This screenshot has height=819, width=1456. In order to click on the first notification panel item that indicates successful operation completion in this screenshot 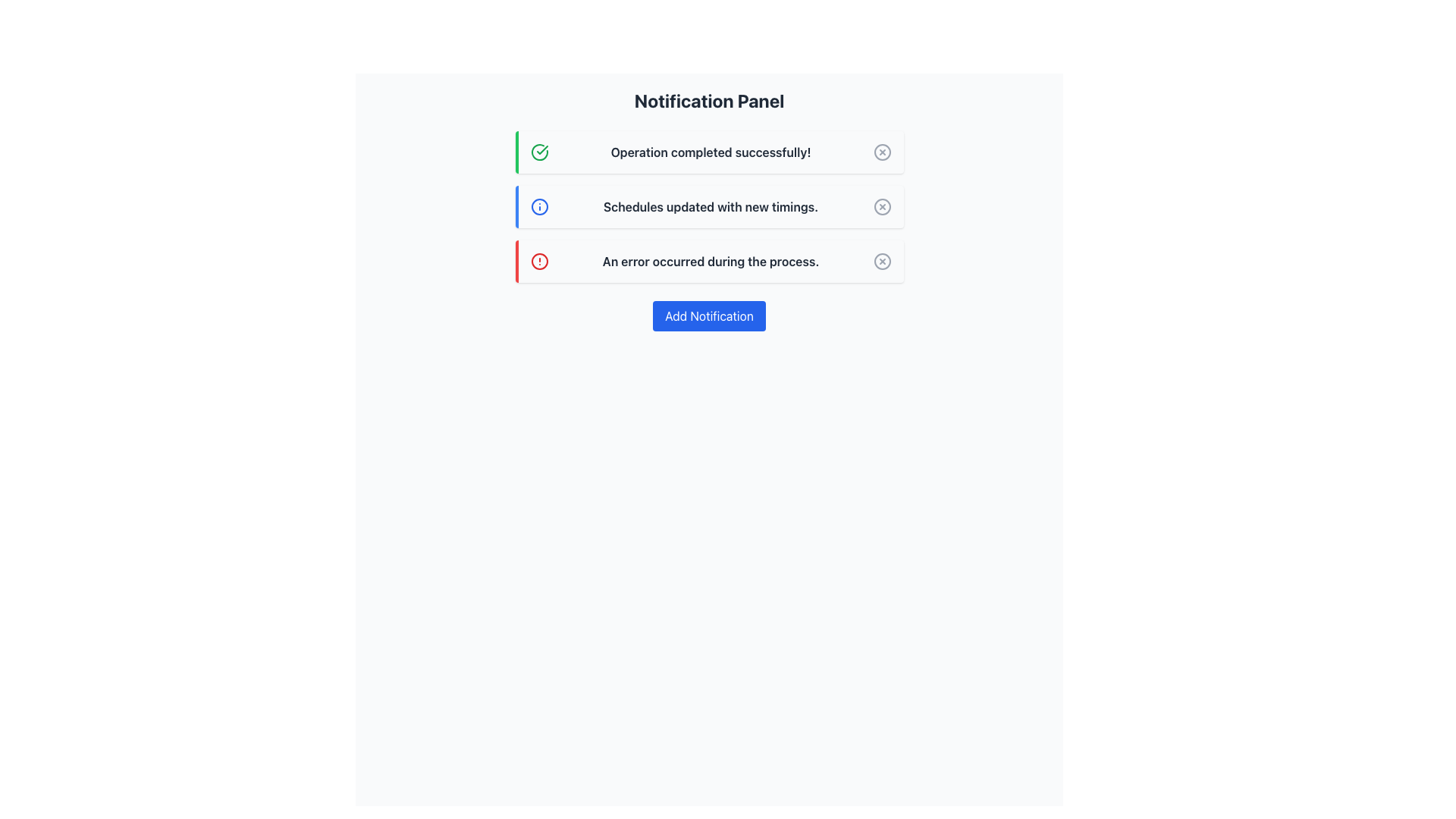, I will do `click(708, 152)`.